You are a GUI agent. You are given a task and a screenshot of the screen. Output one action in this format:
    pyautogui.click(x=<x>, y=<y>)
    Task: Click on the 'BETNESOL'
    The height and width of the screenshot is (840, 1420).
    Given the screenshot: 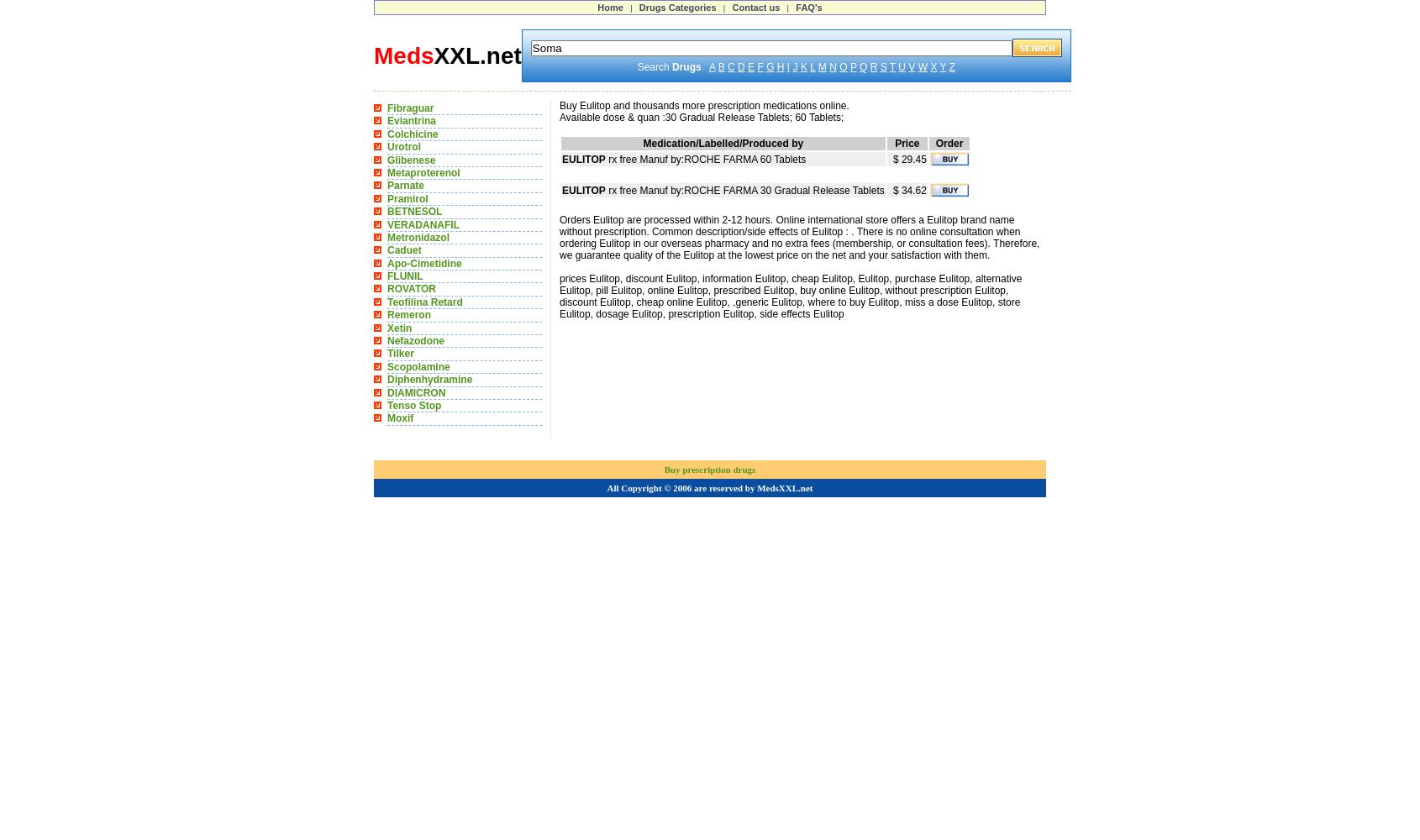 What is the action you would take?
    pyautogui.click(x=414, y=212)
    